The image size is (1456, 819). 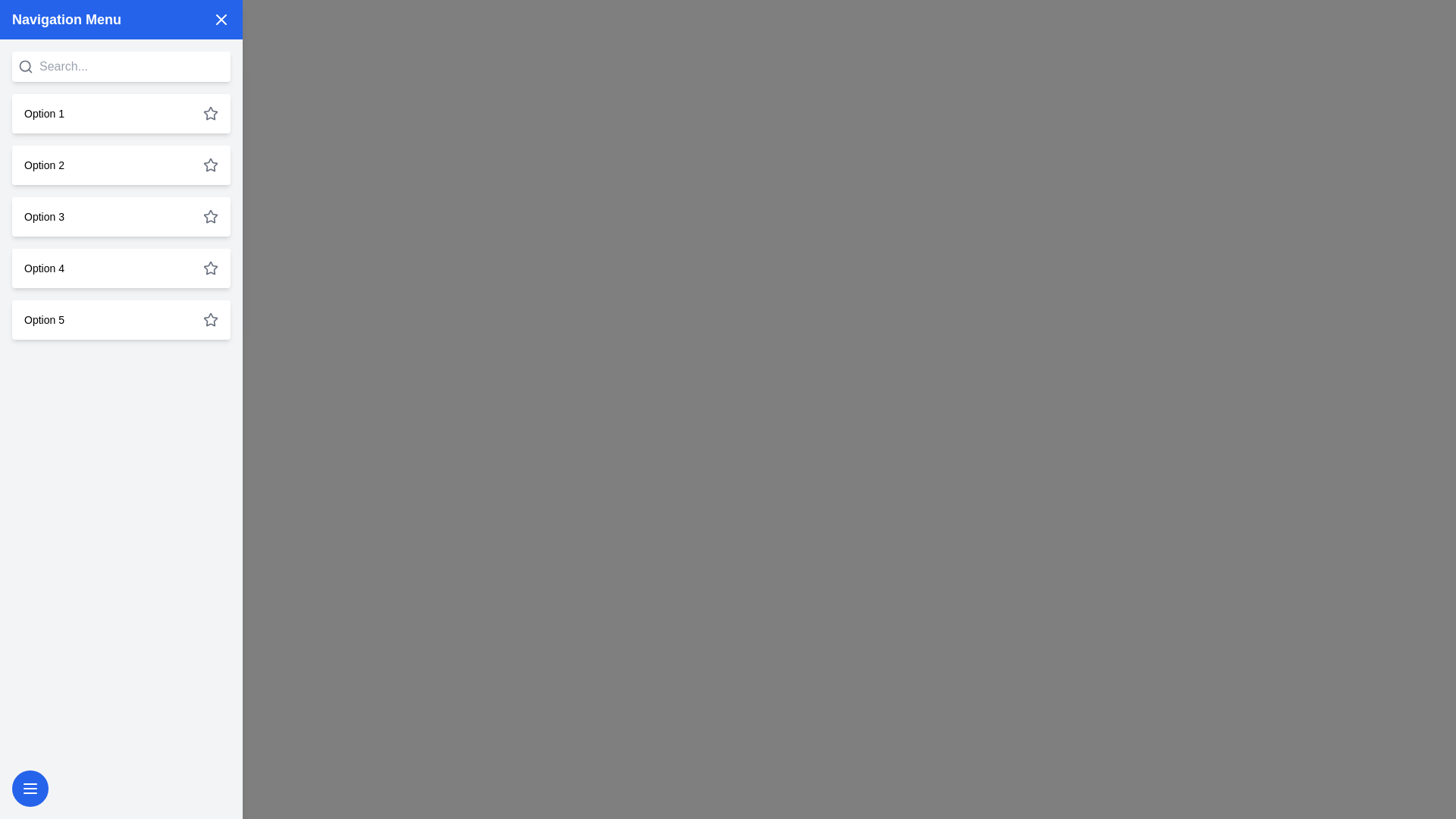 I want to click on the star icon with a gray outline located at the far right of the 'Option 2' card, so click(x=210, y=165).